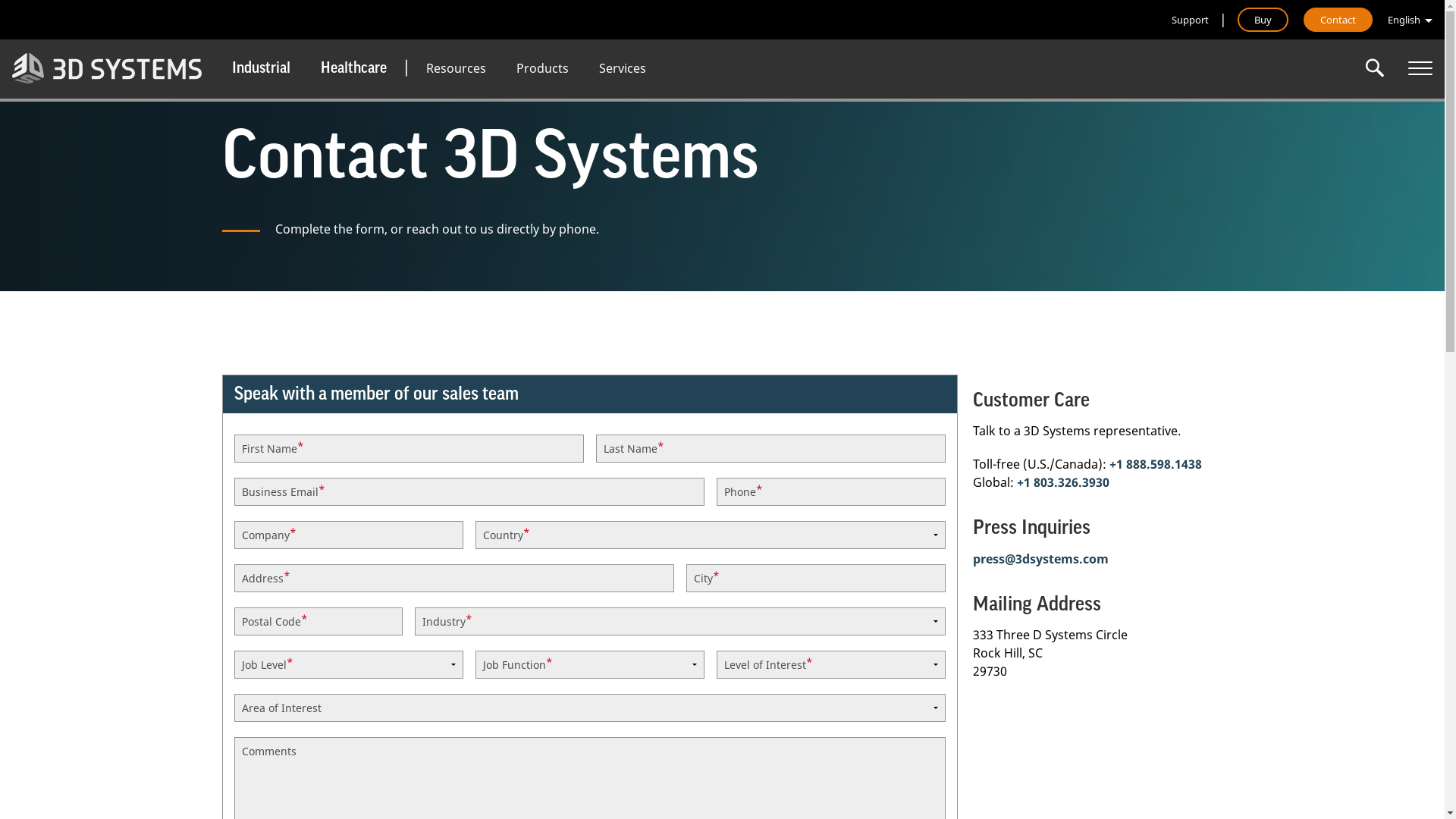 The image size is (1456, 819). What do you see at coordinates (1153, 463) in the screenshot?
I see `'+1 888.598.1438'` at bounding box center [1153, 463].